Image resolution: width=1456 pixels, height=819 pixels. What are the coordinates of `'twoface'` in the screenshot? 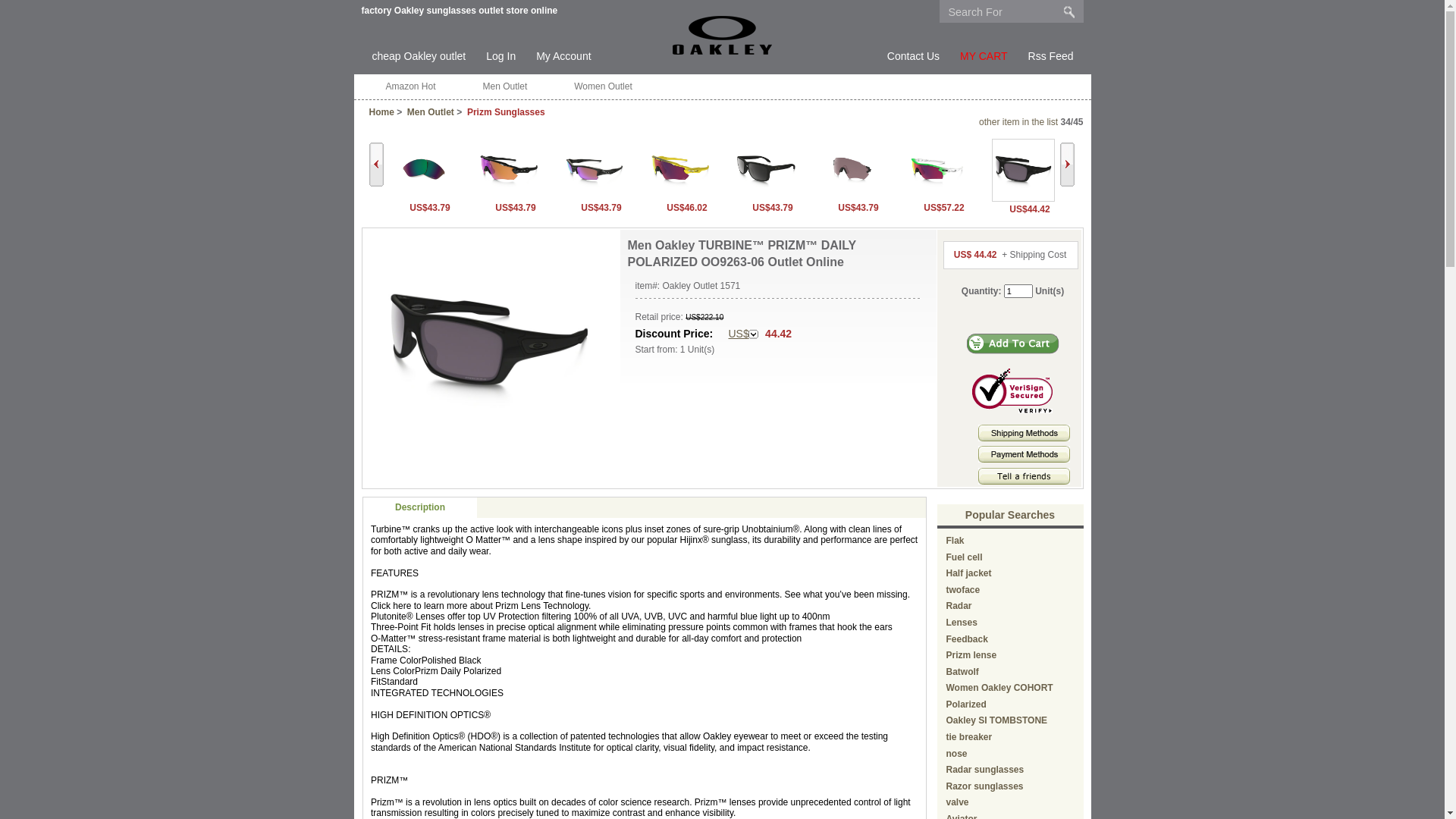 It's located at (962, 589).